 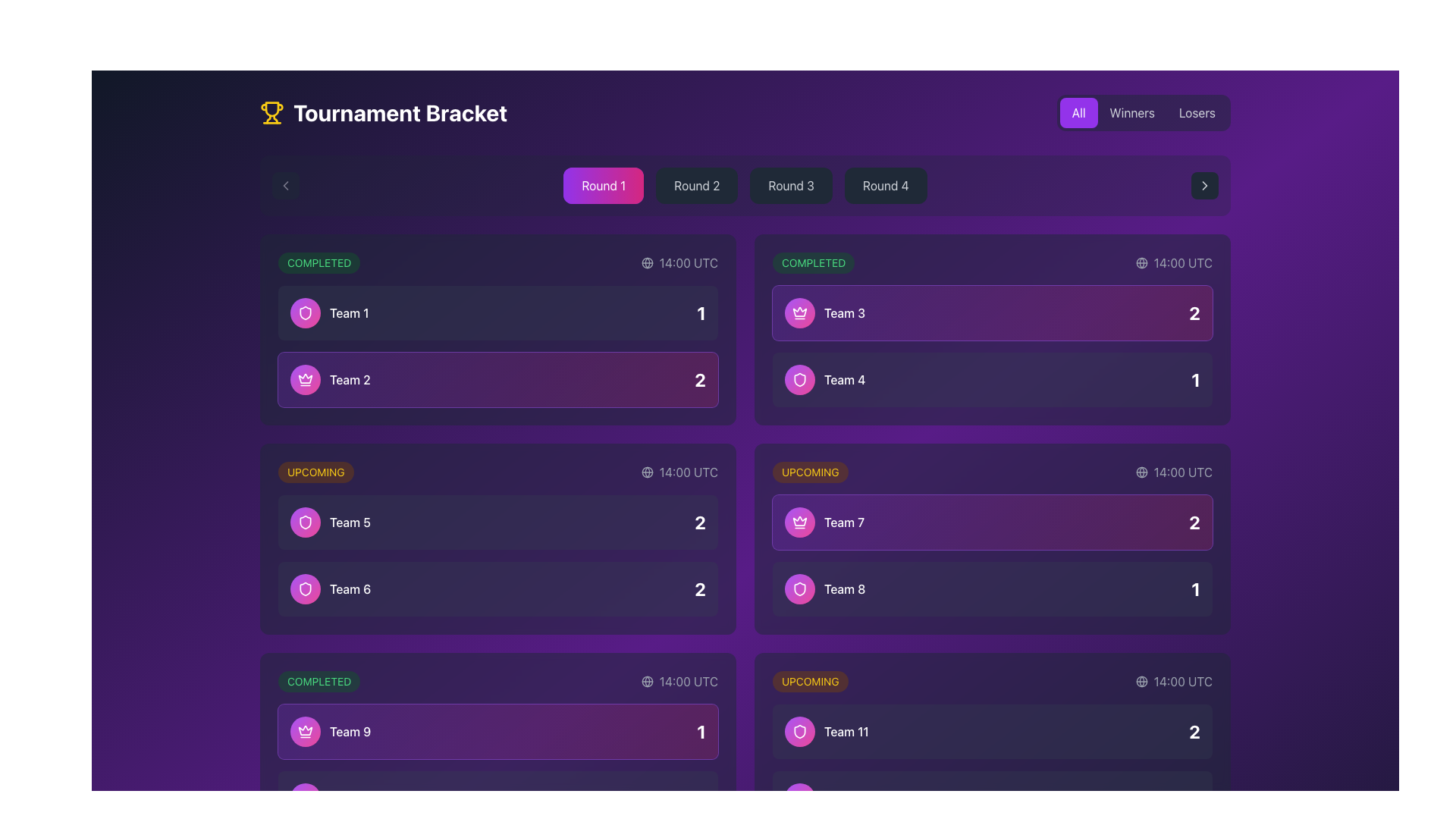 I want to click on the Matchup Information Panel displaying 'Team 3' and 'Team 4' scores, so click(x=993, y=346).